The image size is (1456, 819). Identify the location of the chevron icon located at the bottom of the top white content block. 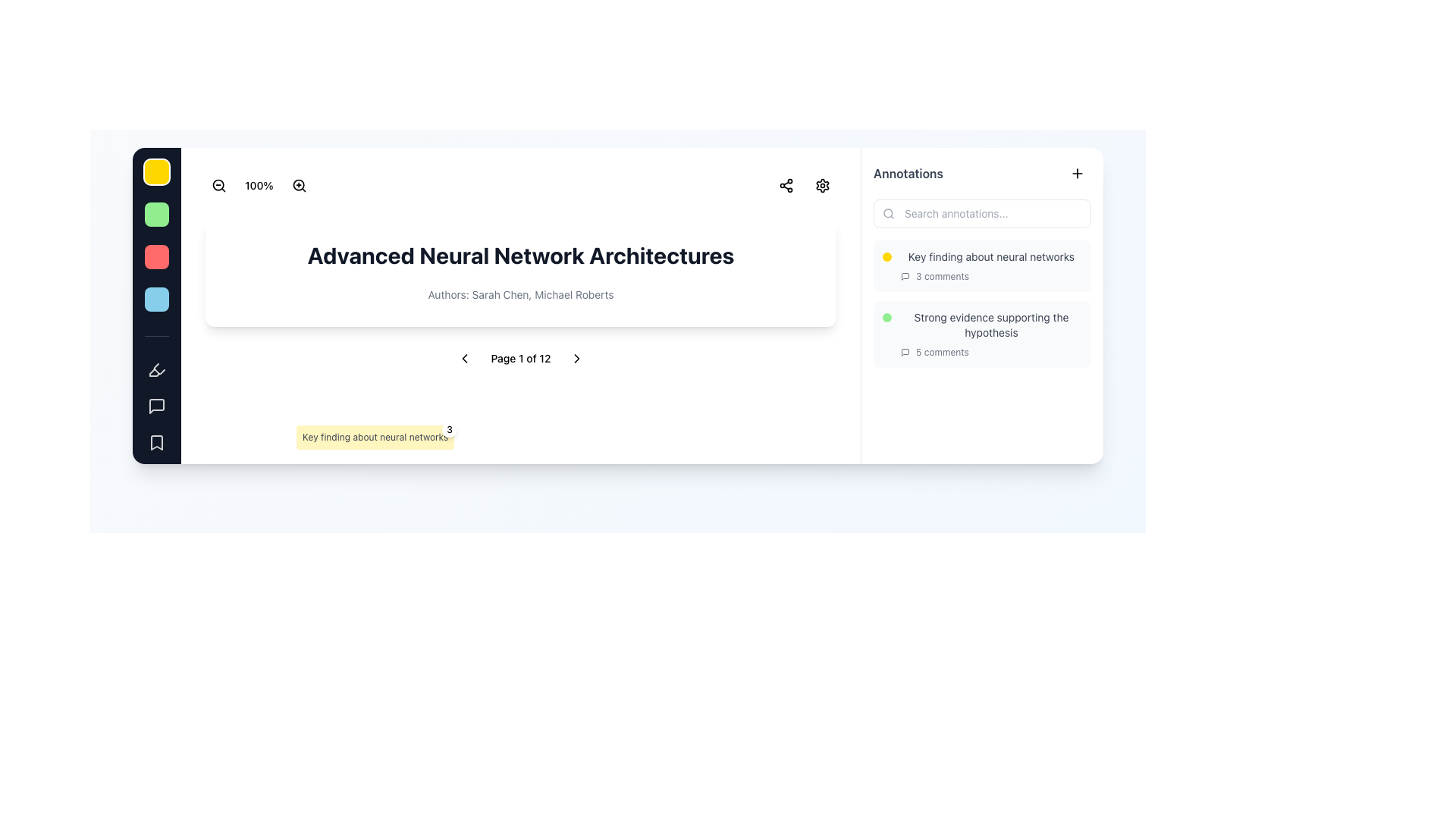
(576, 359).